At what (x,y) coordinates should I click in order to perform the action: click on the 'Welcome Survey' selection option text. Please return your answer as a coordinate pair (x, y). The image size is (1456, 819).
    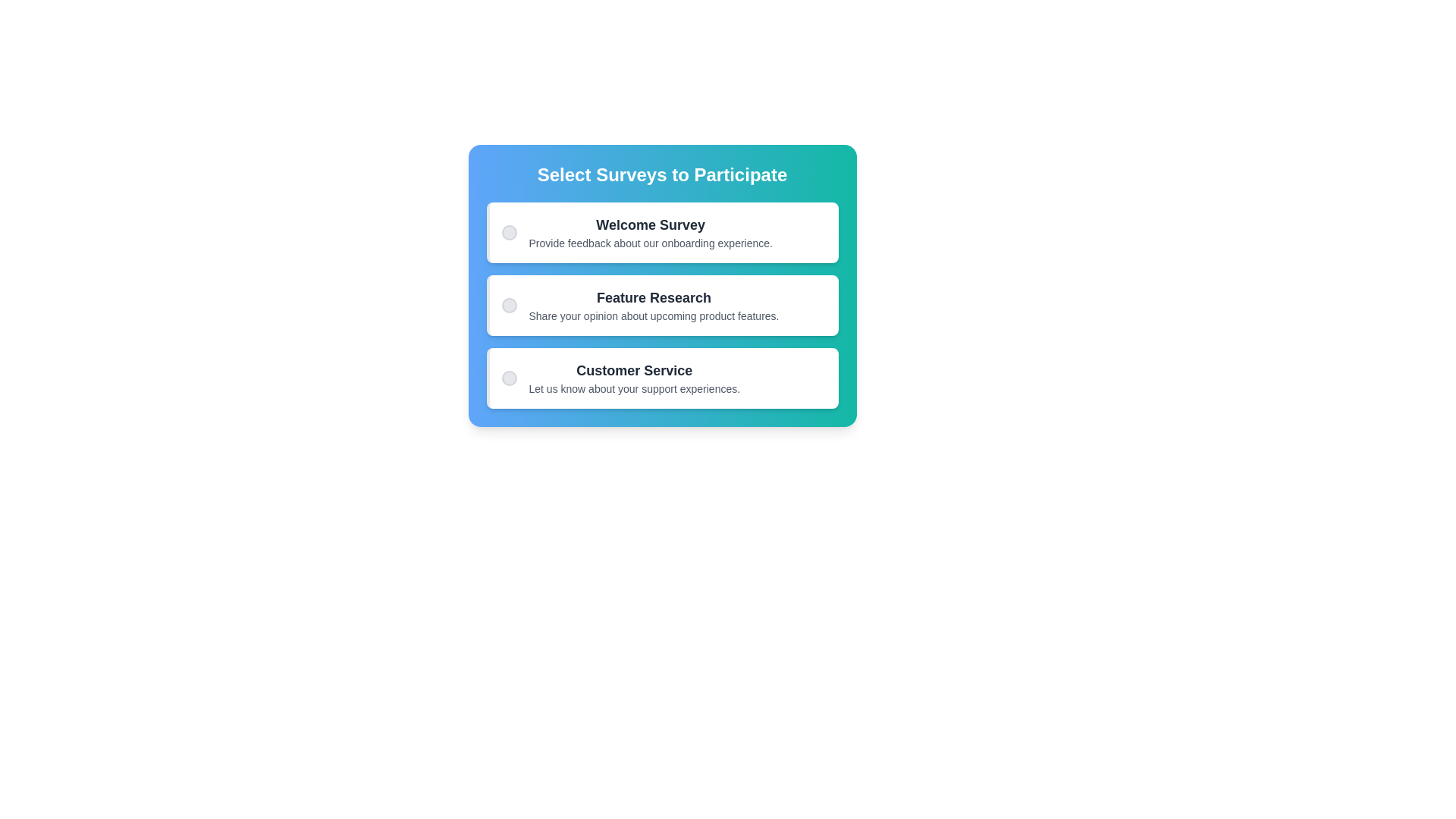
    Looking at the image, I should click on (637, 233).